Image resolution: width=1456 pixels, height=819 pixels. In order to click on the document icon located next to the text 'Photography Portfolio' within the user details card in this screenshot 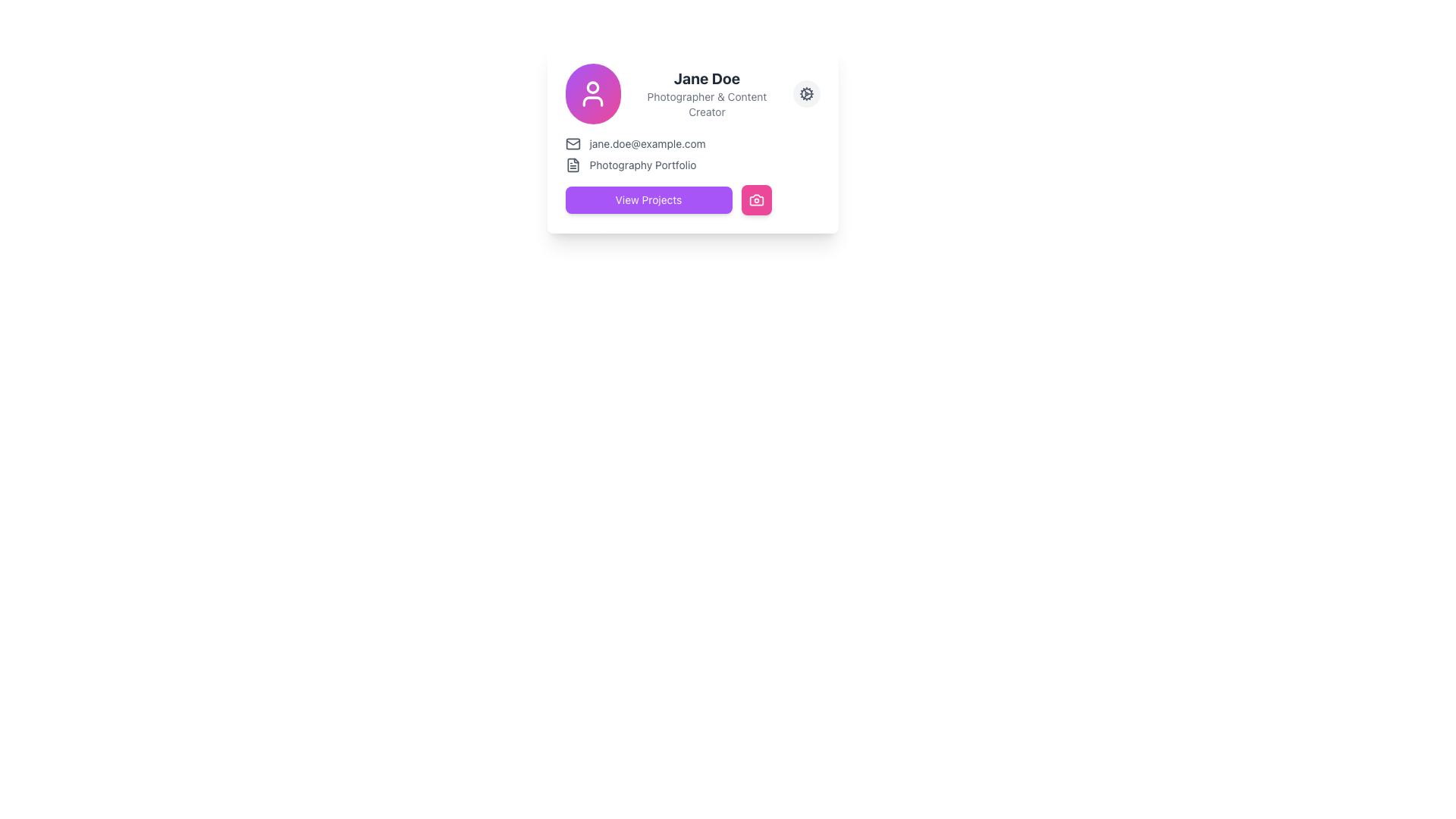, I will do `click(572, 165)`.